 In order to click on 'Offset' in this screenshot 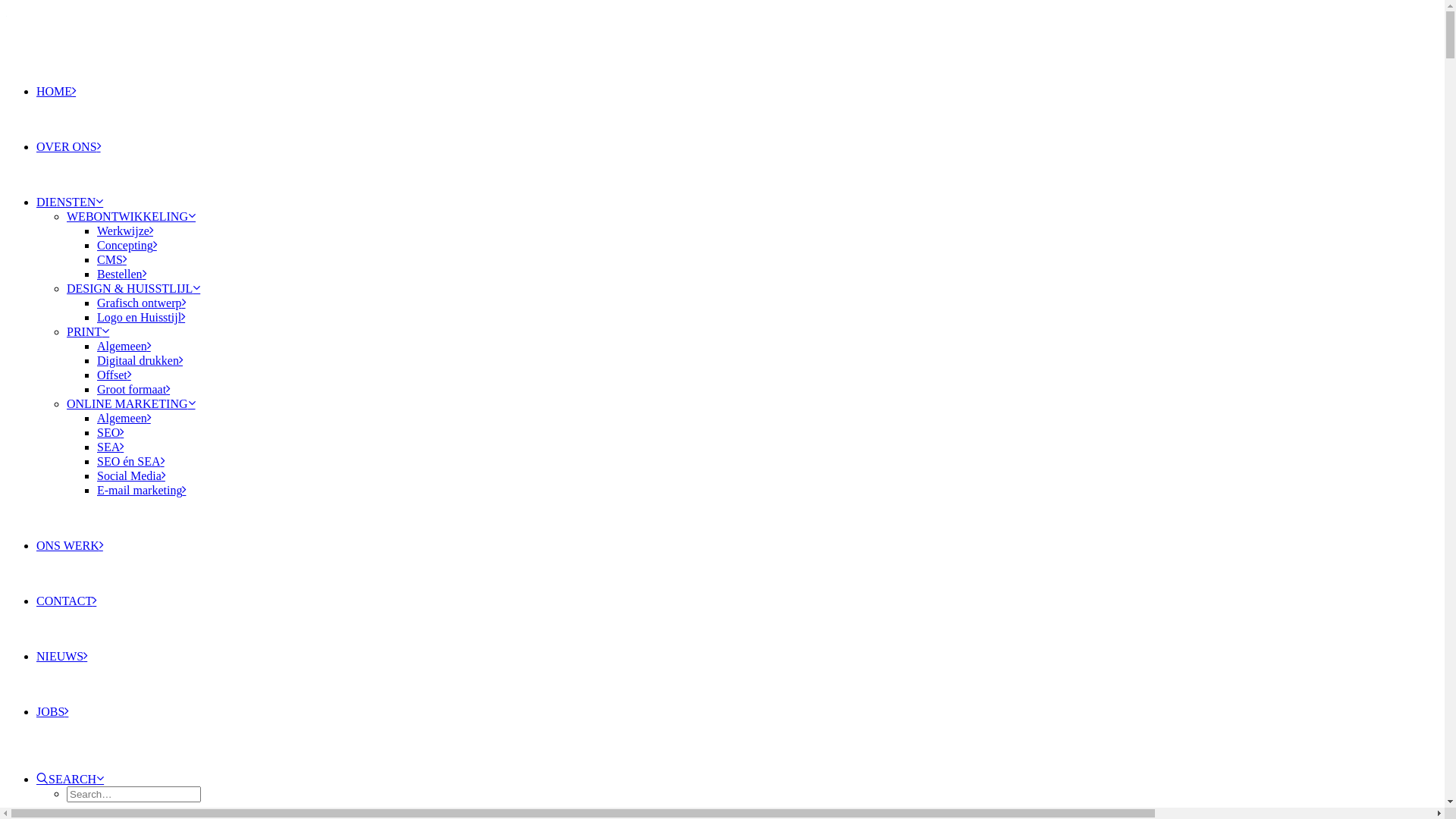, I will do `click(113, 375)`.